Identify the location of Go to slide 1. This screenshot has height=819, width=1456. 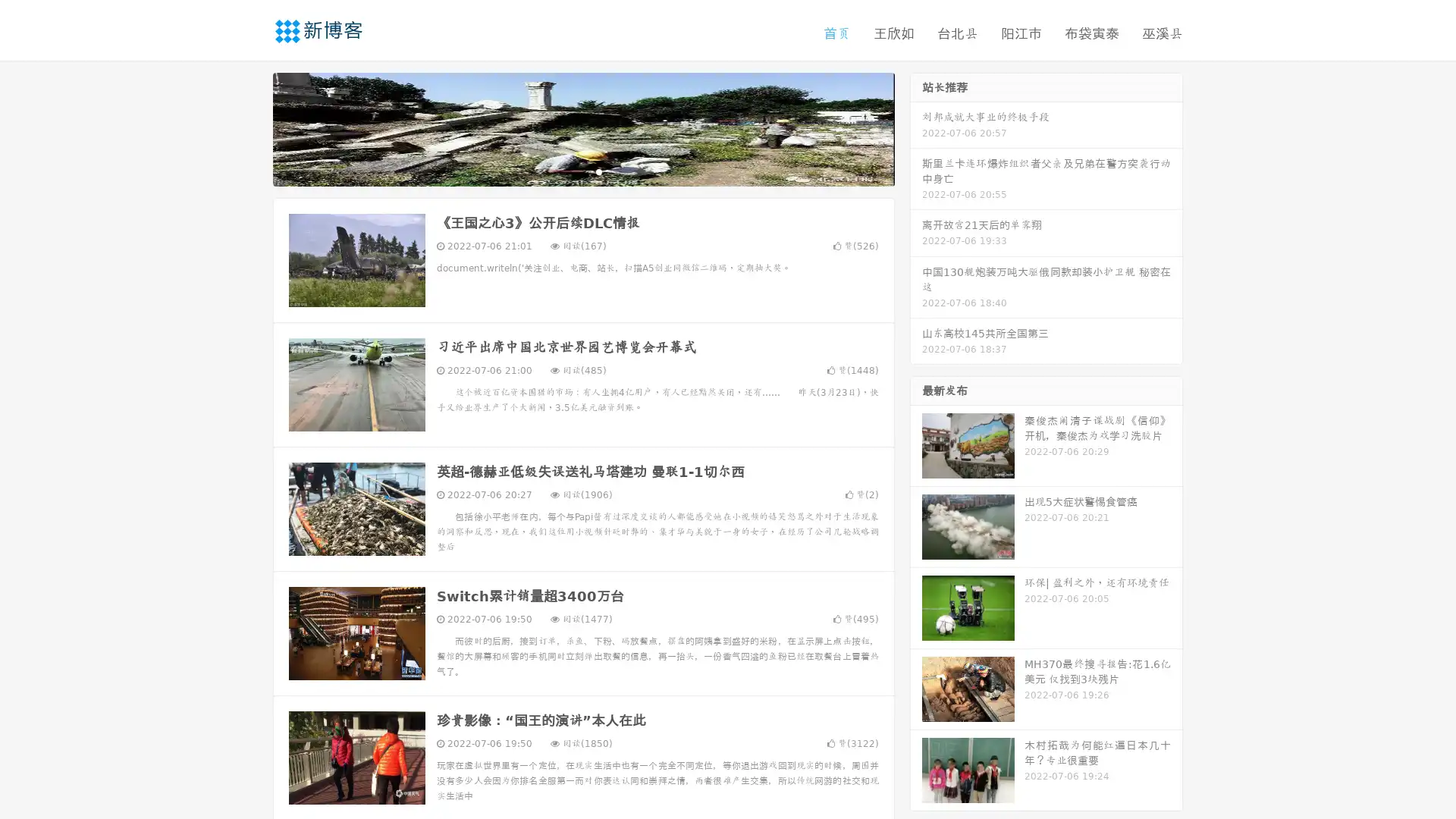
(567, 171).